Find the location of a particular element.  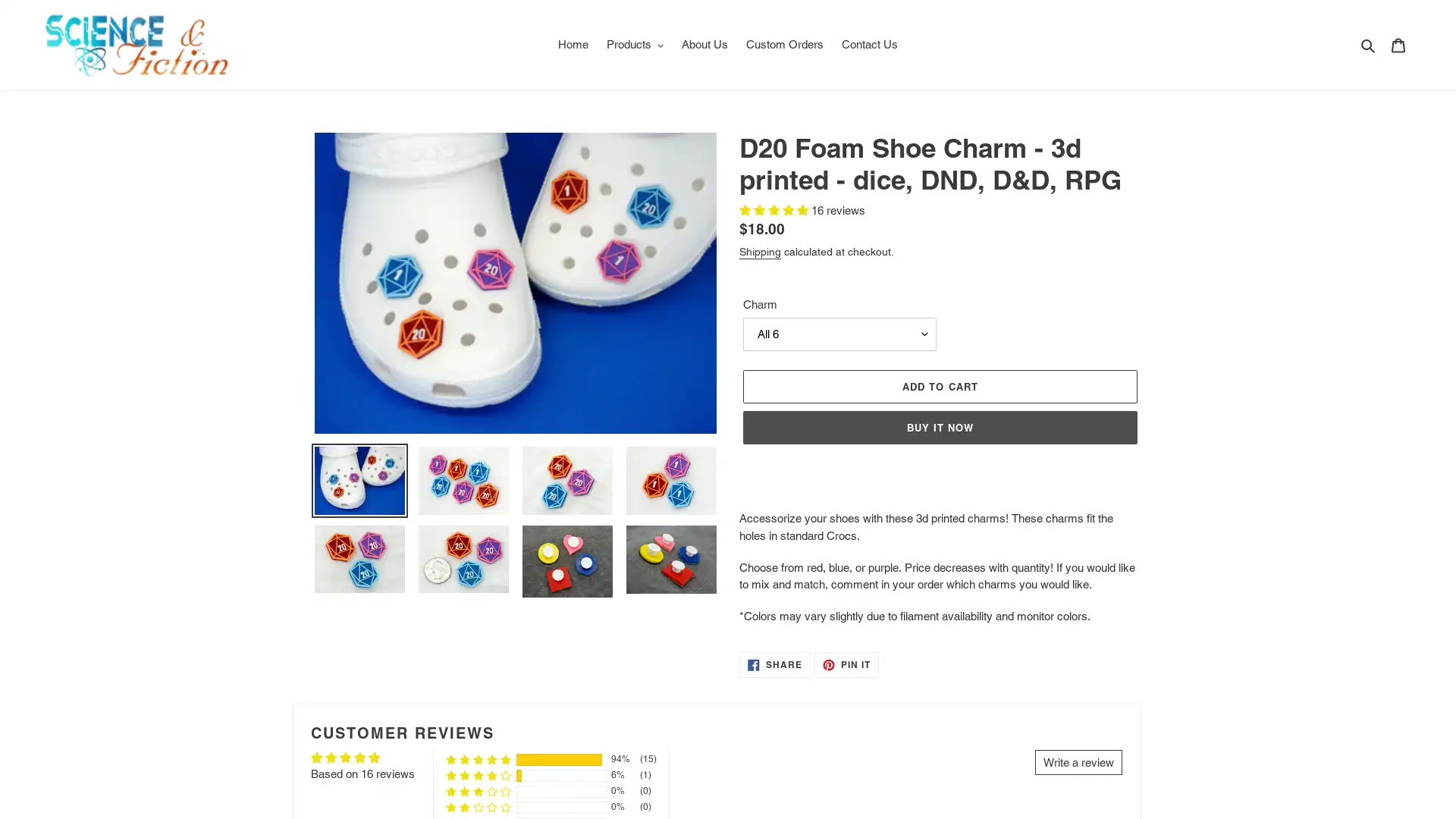

Products is located at coordinates (634, 43).